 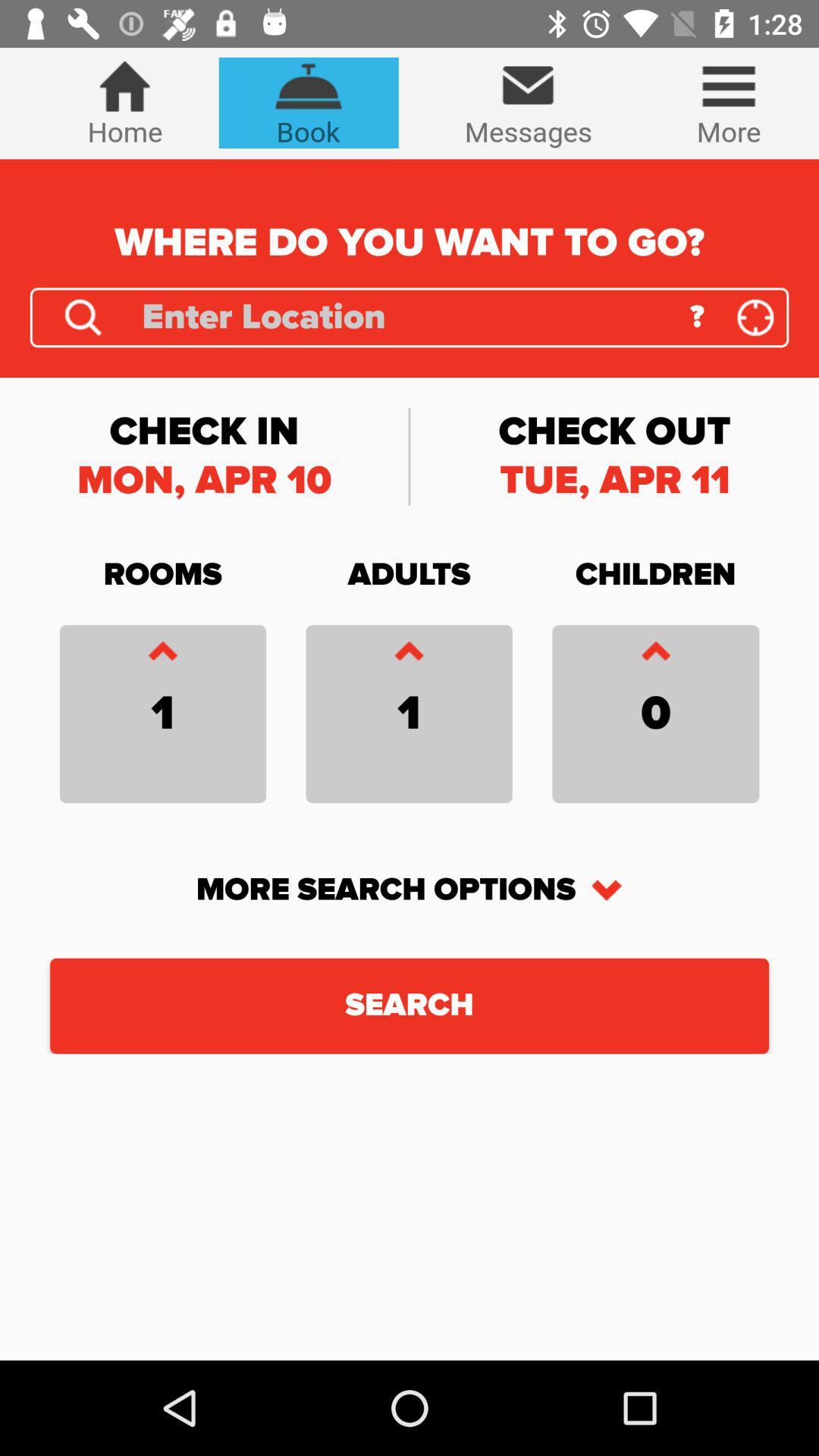 What do you see at coordinates (409, 654) in the screenshot?
I see `caret symbol which is below adults` at bounding box center [409, 654].